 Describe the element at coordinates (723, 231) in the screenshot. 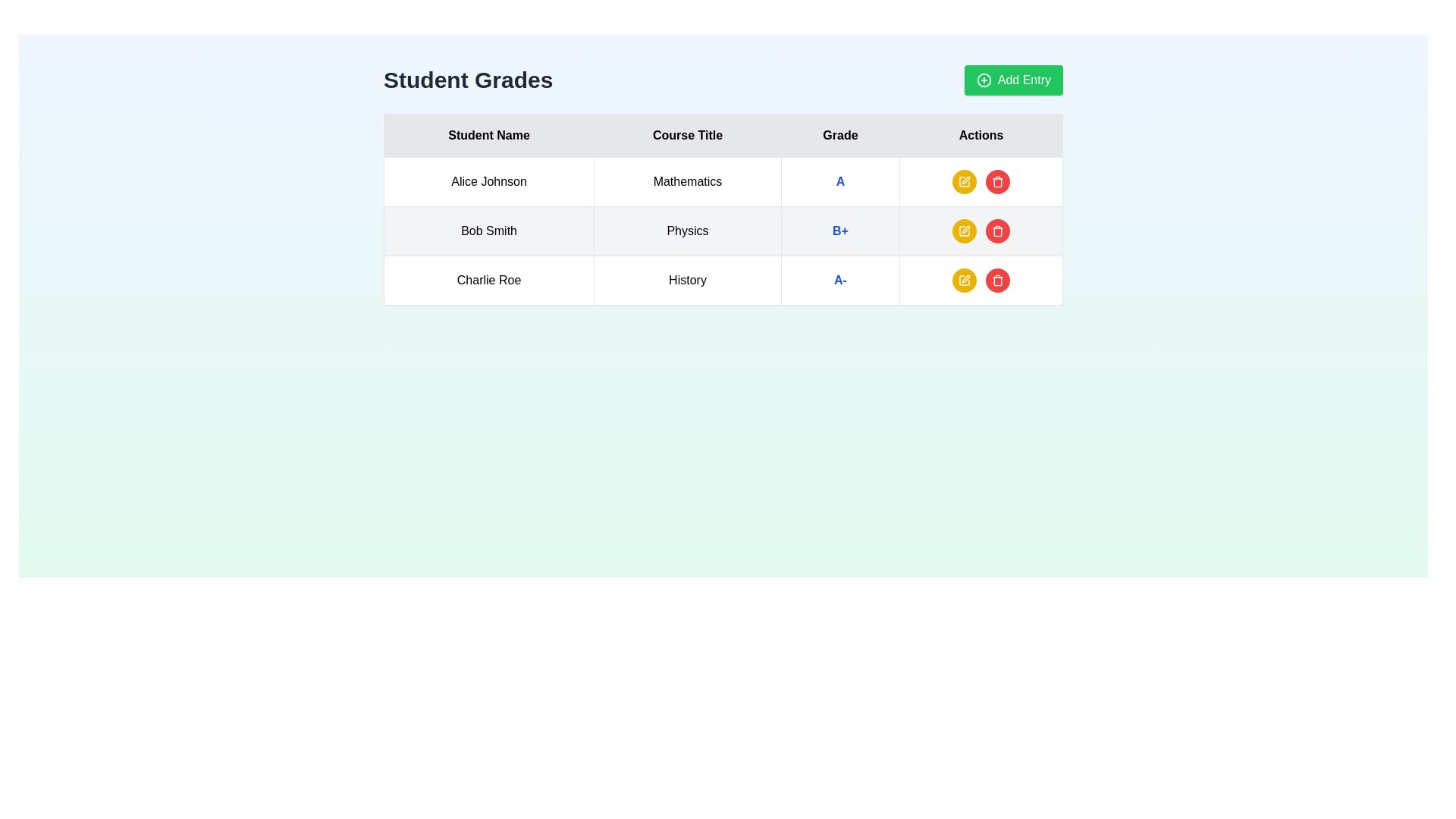

I see `the second row in the table that displays summarized information about a student's performance` at that location.